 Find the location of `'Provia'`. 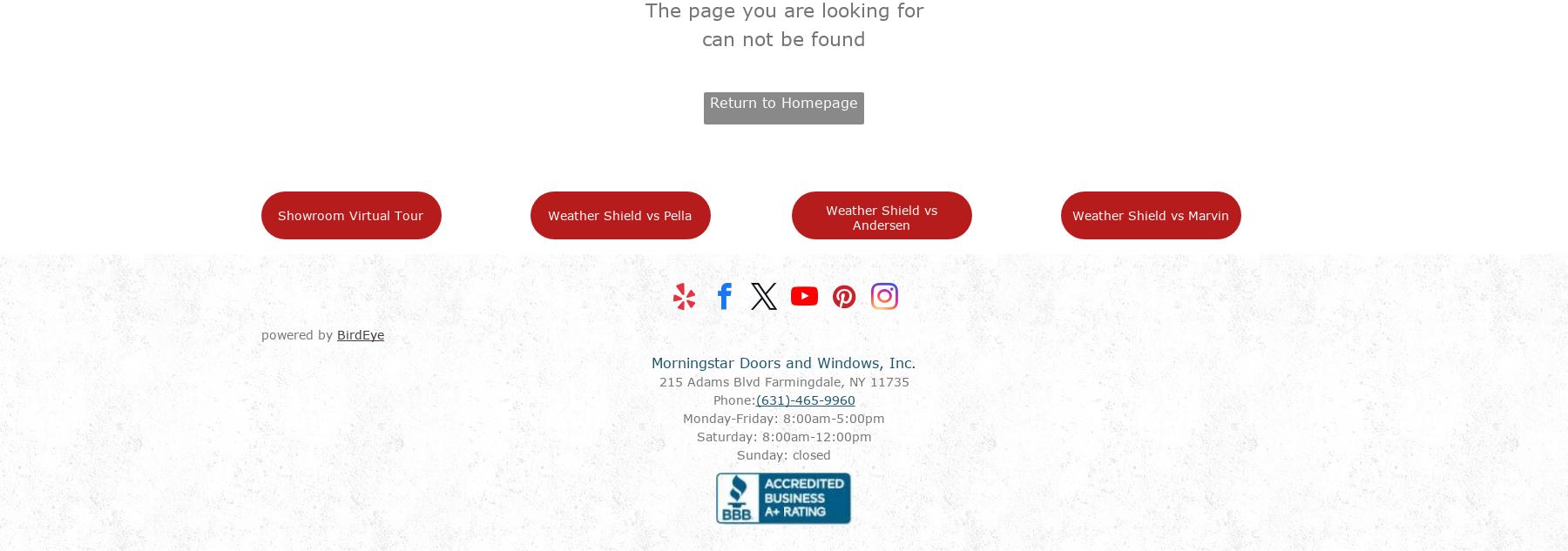

'Provia' is located at coordinates (920, 484).